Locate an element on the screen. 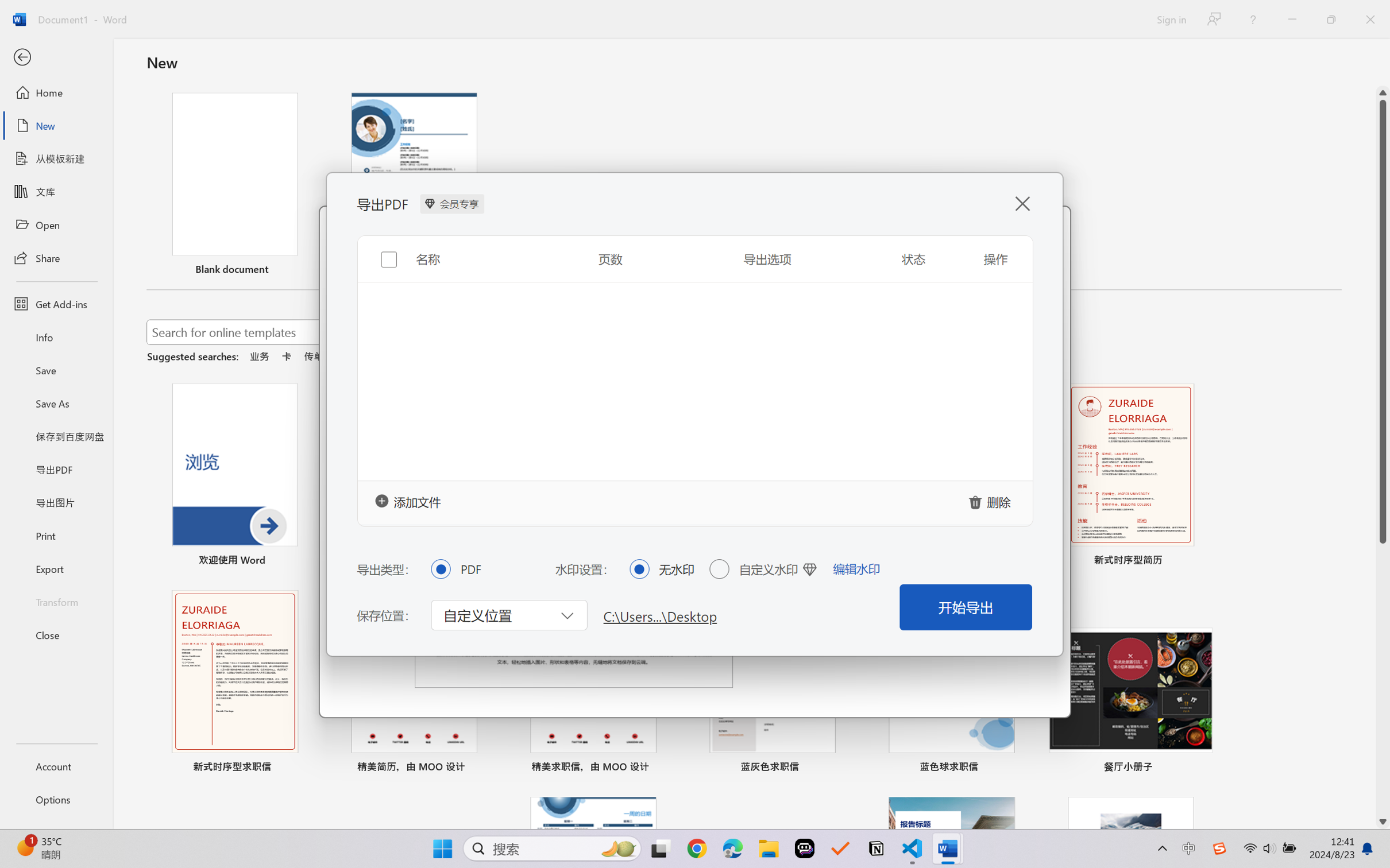  'Options' is located at coordinates (56, 799).